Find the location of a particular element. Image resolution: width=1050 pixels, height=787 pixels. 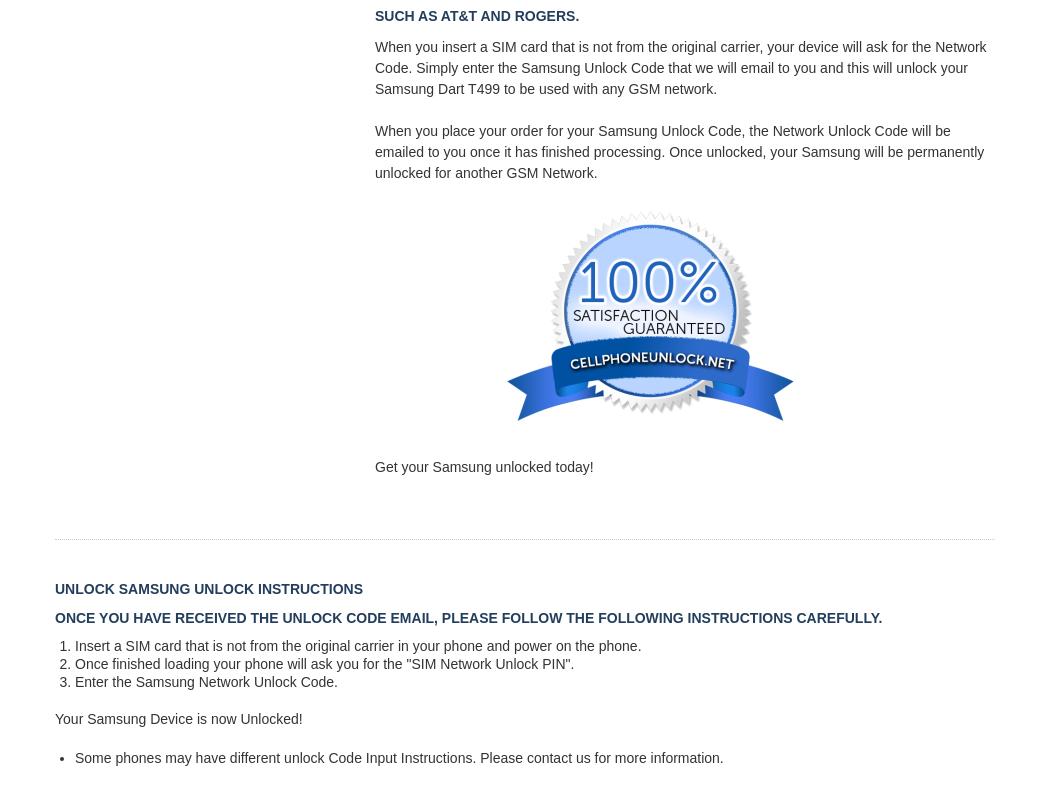

'Enter the Samsung Network Unlock Code.' is located at coordinates (73, 682).